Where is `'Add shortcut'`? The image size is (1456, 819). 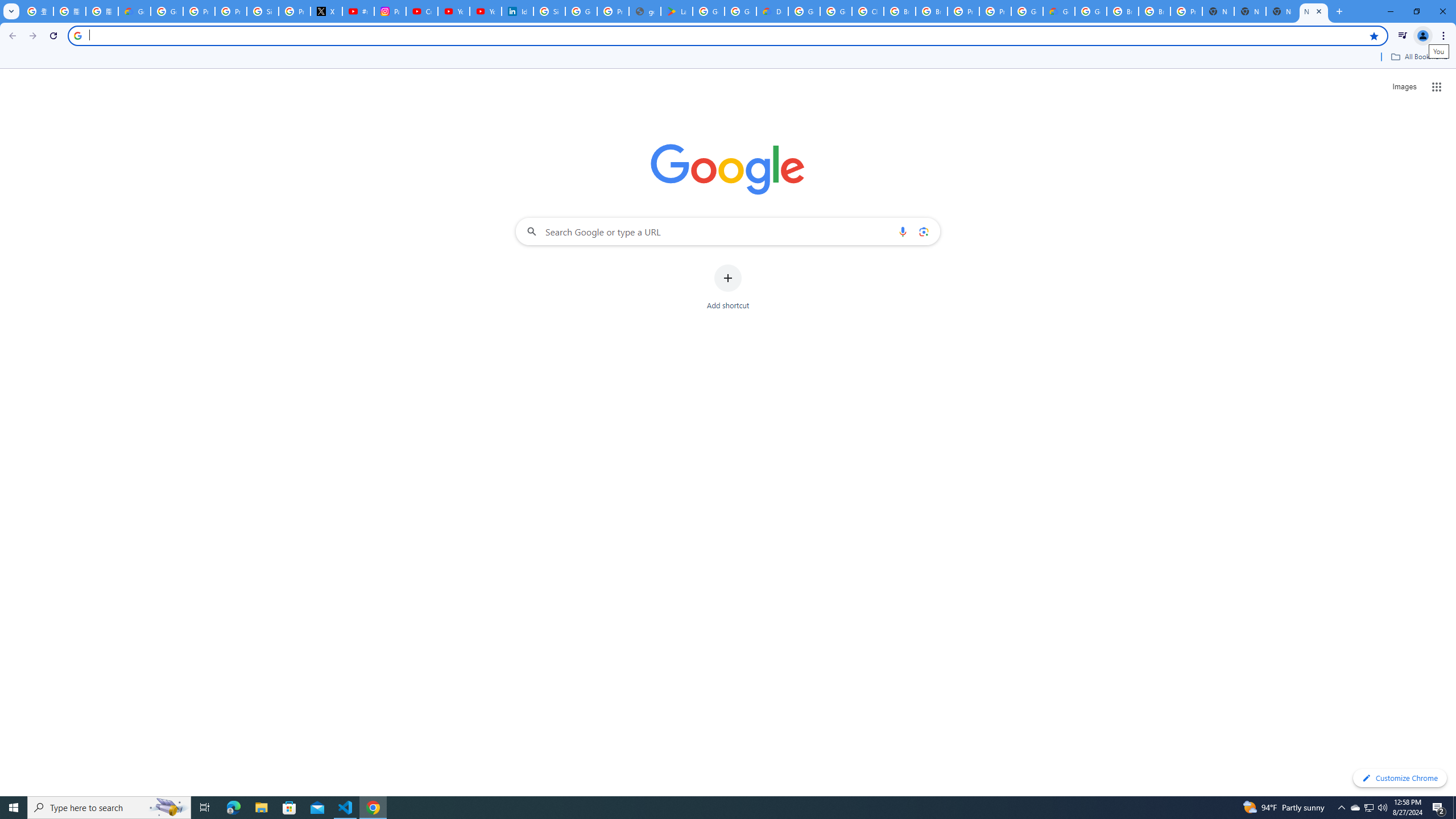 'Add shortcut' is located at coordinates (728, 287).